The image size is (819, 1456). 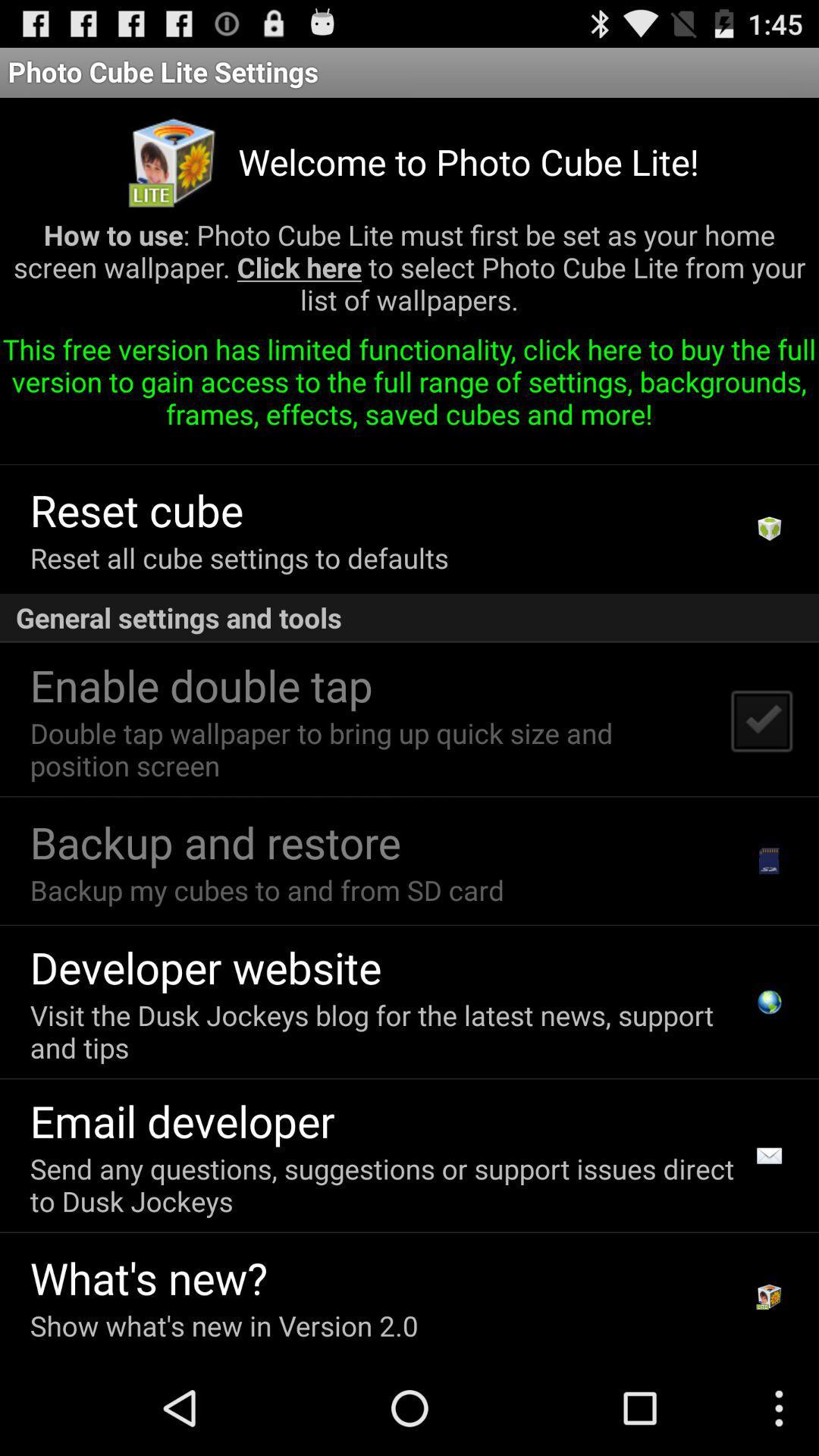 What do you see at coordinates (761, 719) in the screenshot?
I see `app next to double tap wallpaper app` at bounding box center [761, 719].